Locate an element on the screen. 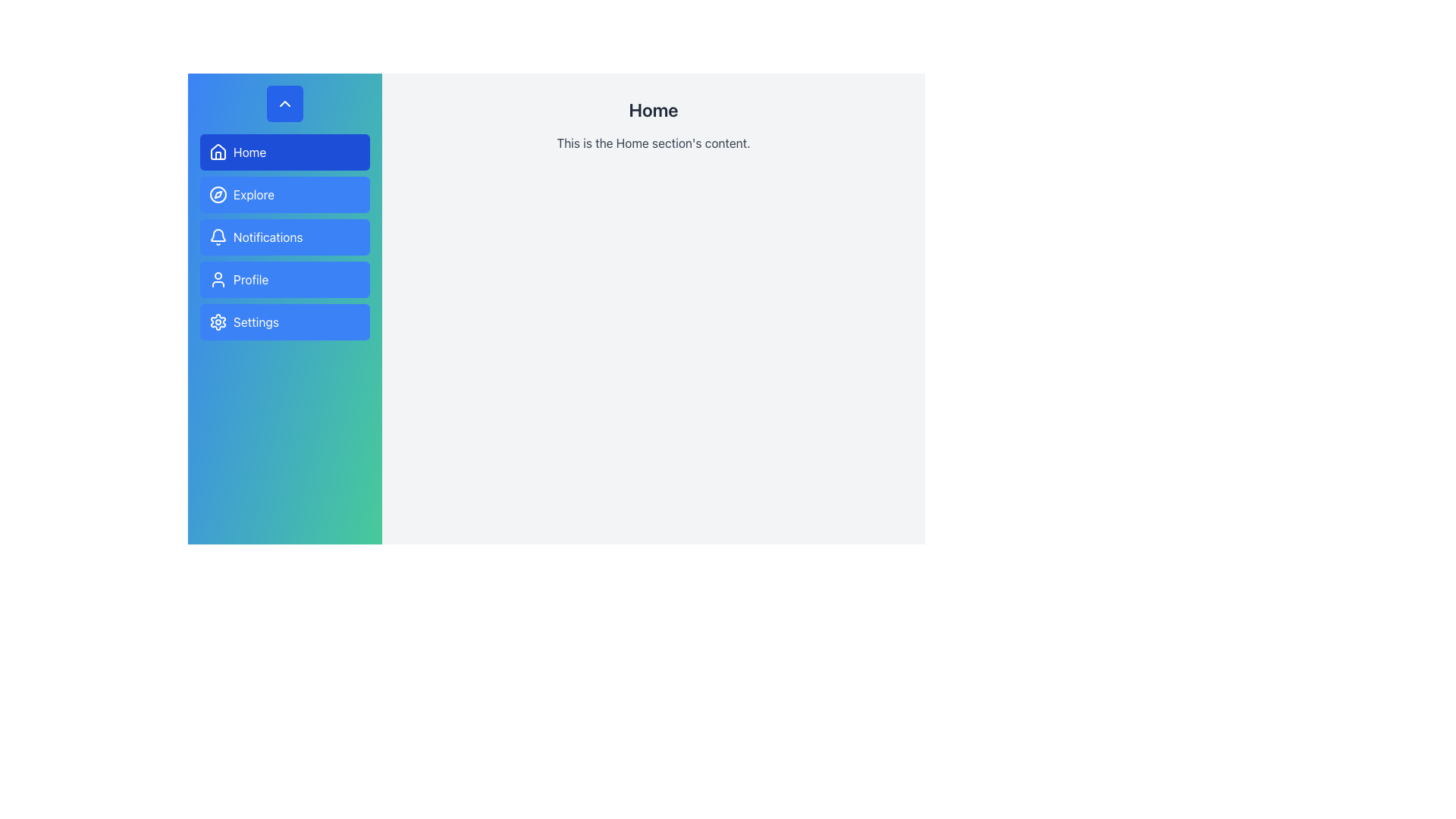  the Home icon in the sidebar menu, which visually indicates its purpose as part of the Home navigation option is located at coordinates (218, 152).